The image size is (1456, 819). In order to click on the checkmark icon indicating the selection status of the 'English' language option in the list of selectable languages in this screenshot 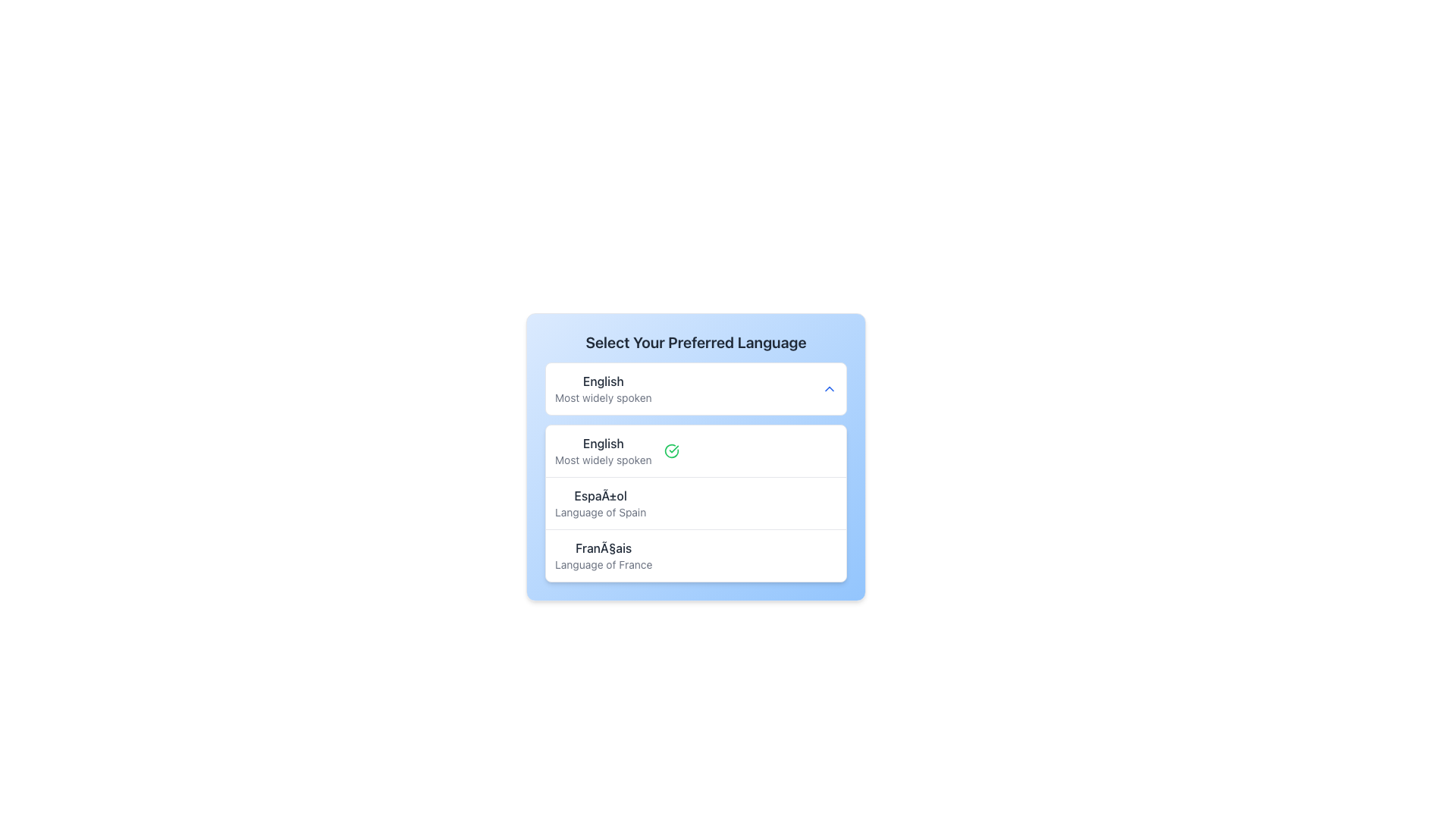, I will do `click(670, 450)`.